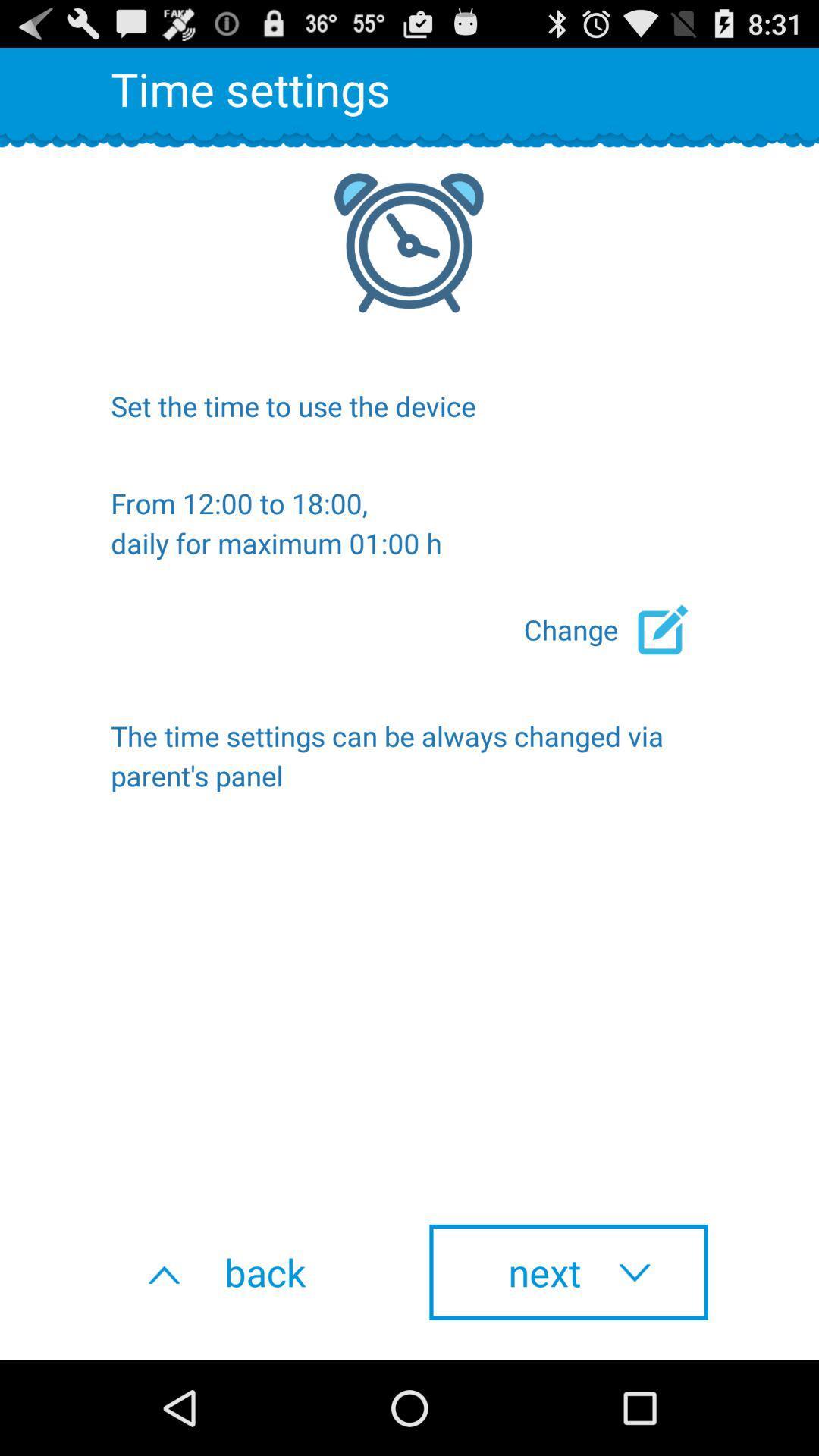 The image size is (819, 1456). What do you see at coordinates (616, 629) in the screenshot?
I see `change icon` at bounding box center [616, 629].